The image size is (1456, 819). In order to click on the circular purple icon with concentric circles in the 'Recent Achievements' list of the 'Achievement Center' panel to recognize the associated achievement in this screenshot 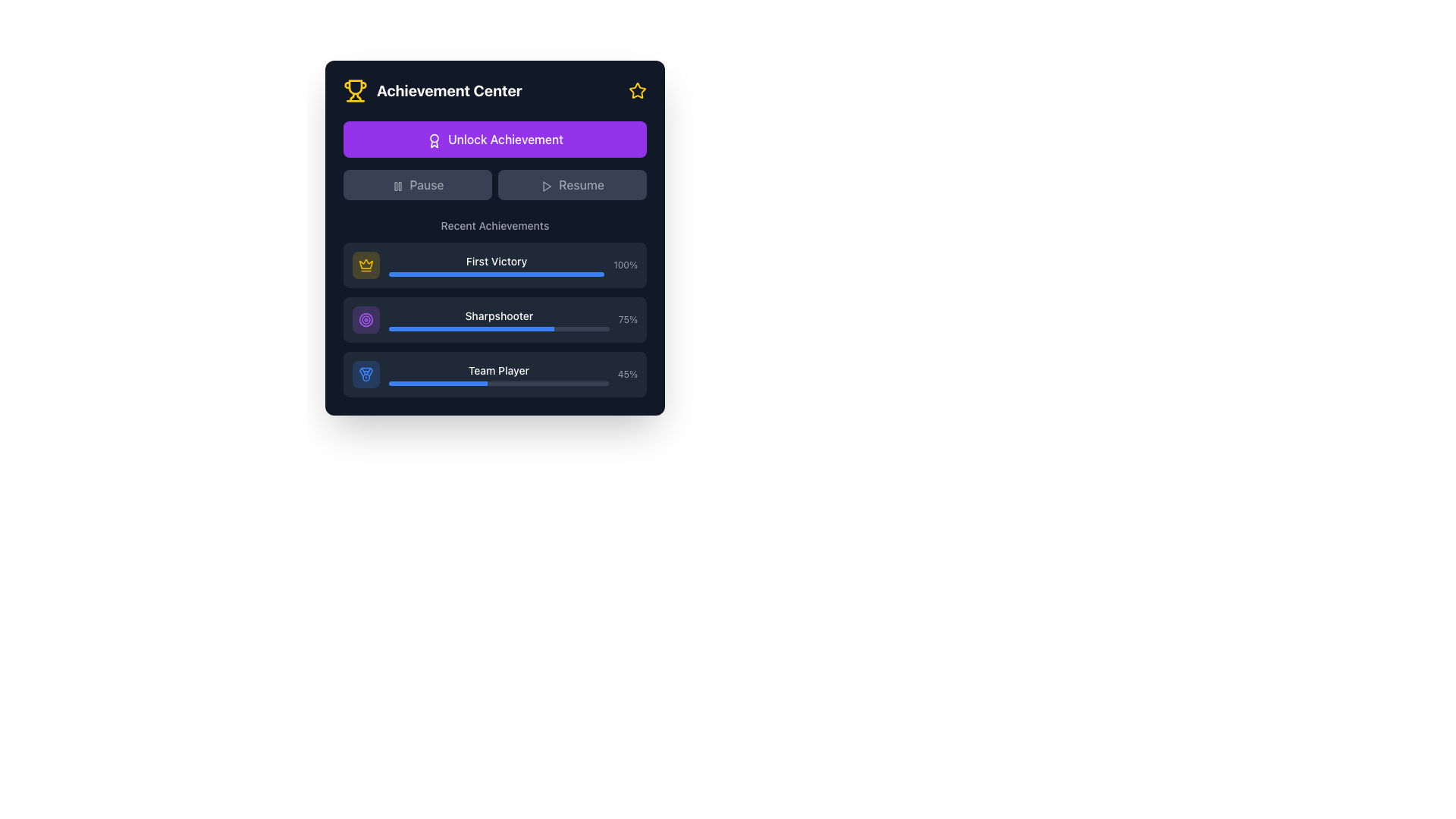, I will do `click(366, 318)`.